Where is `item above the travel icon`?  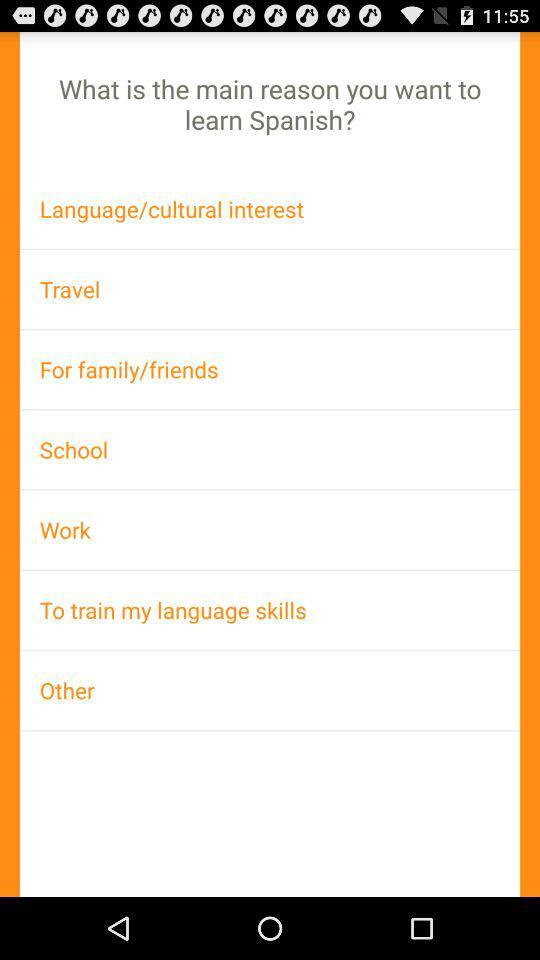 item above the travel icon is located at coordinates (270, 208).